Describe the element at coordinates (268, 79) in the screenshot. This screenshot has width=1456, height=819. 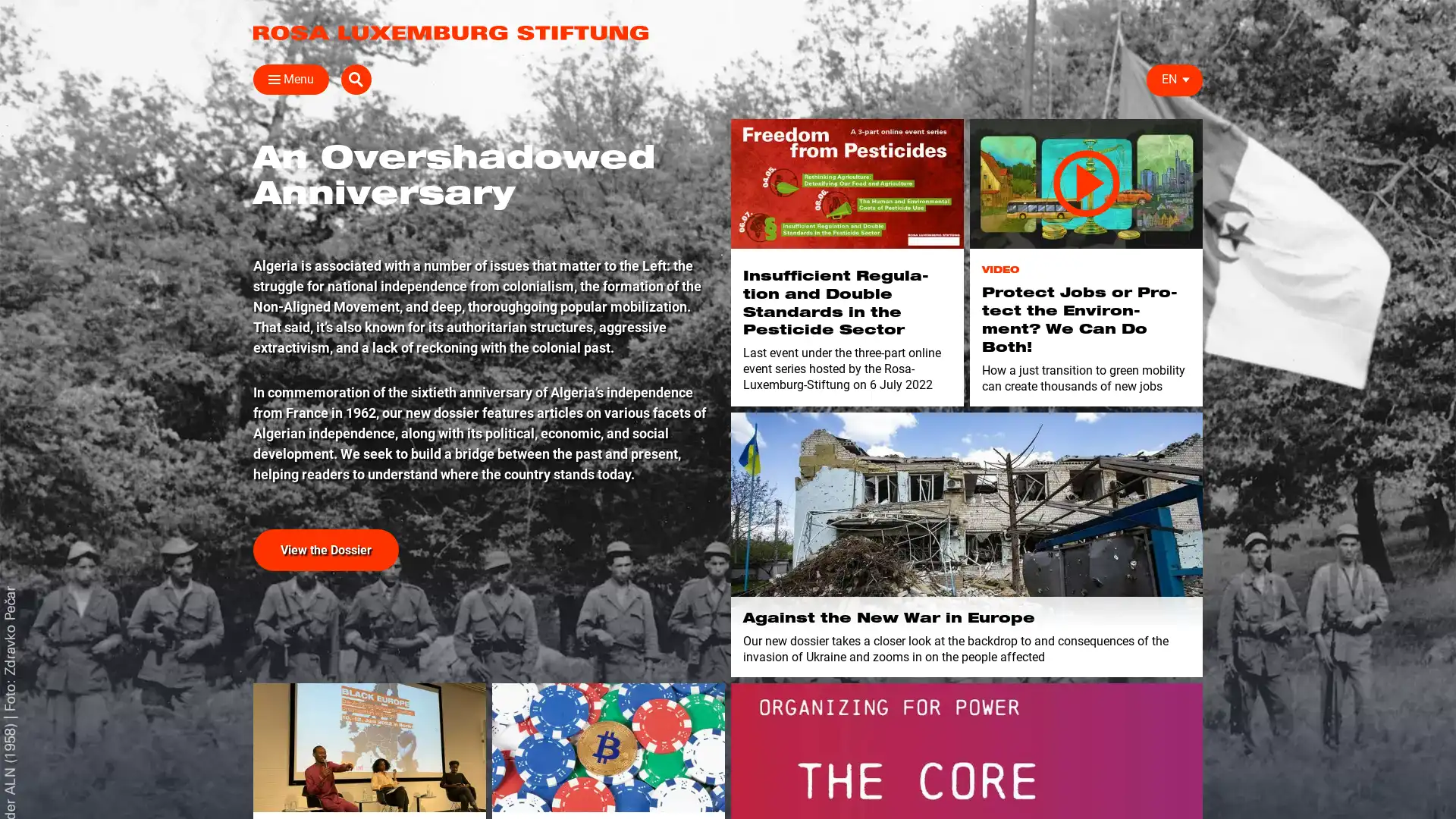
I see `Close` at that location.